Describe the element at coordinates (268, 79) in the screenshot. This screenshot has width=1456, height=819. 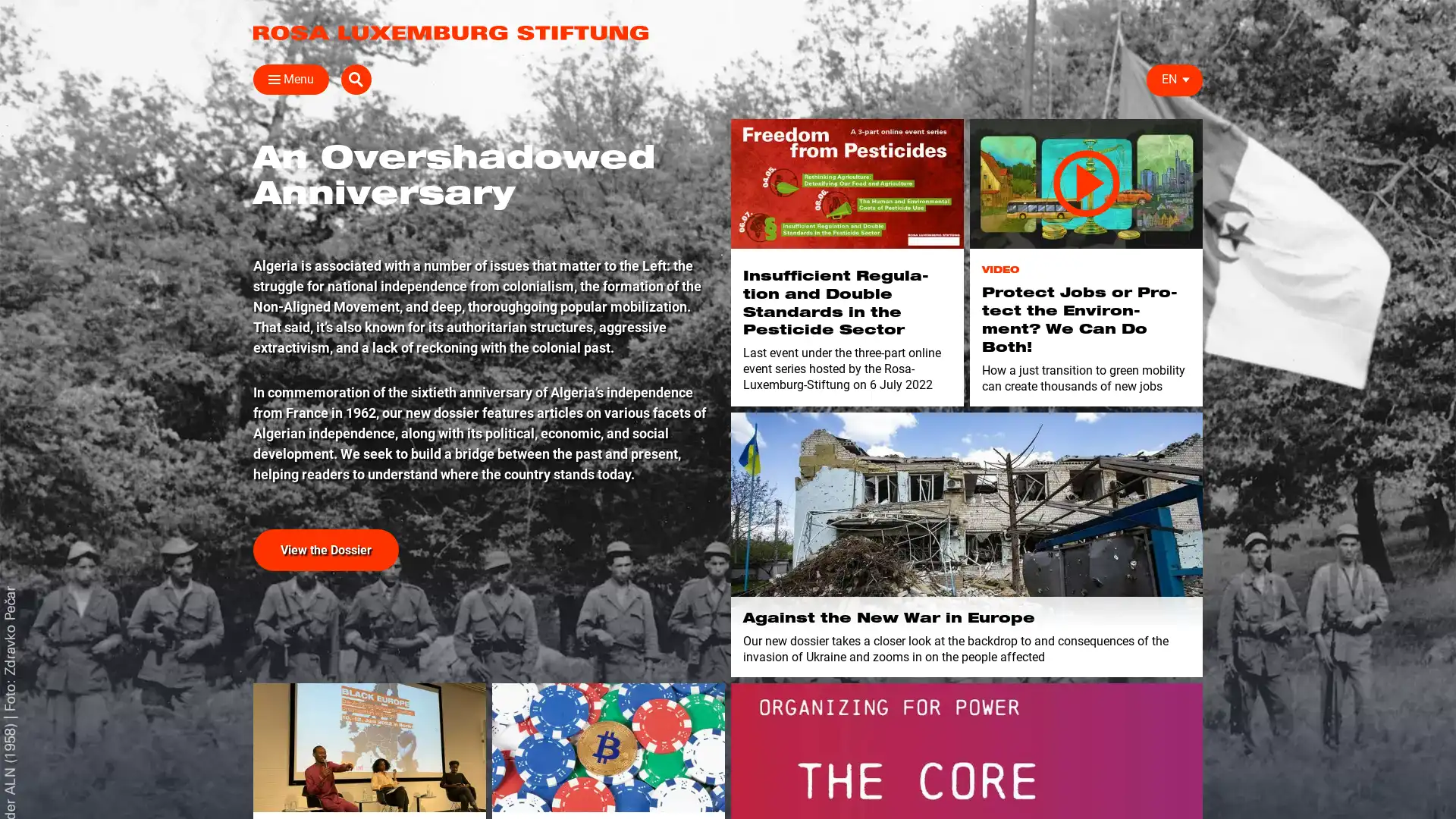
I see `Close` at that location.